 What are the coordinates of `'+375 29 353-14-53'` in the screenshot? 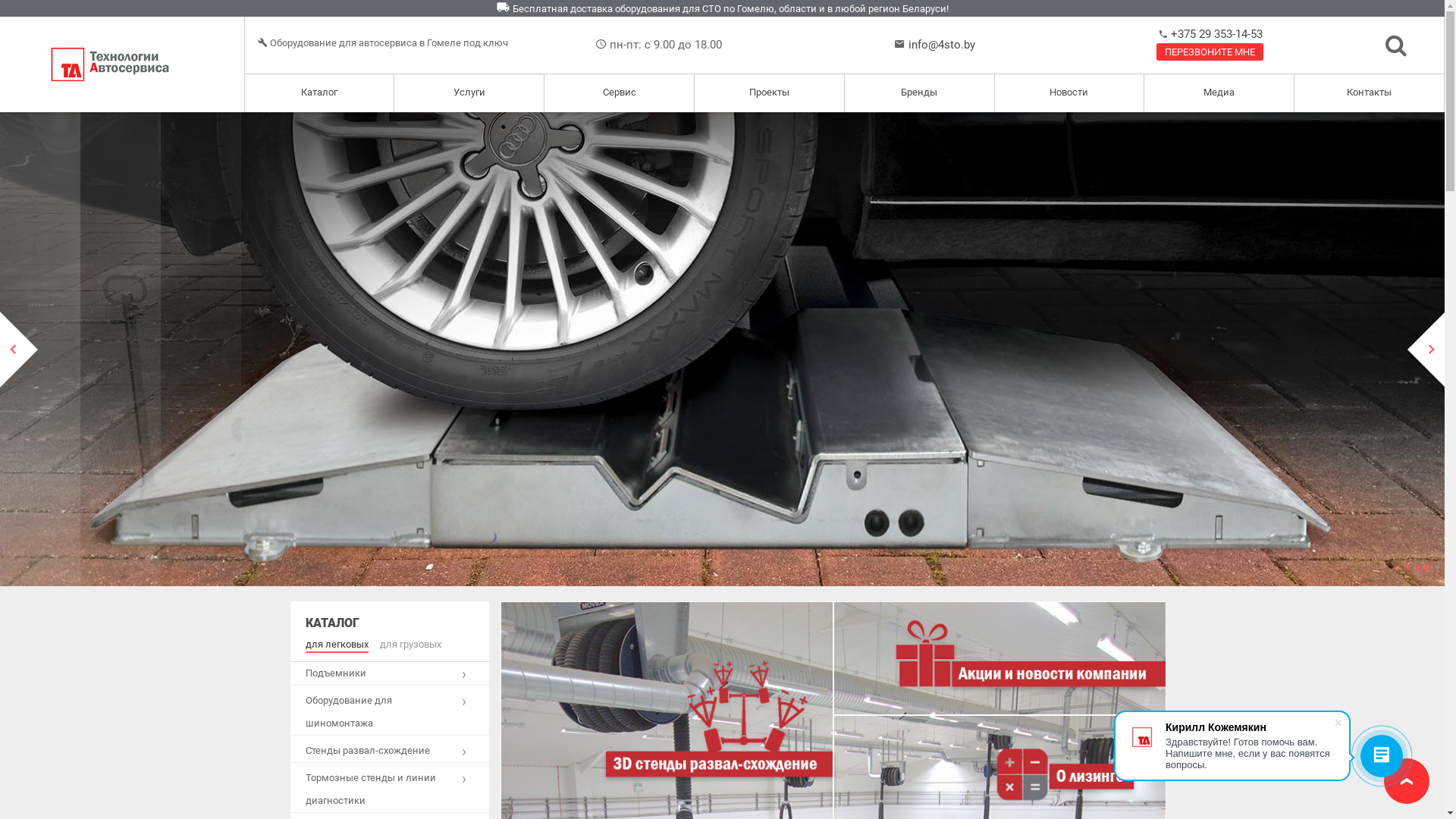 It's located at (1215, 34).